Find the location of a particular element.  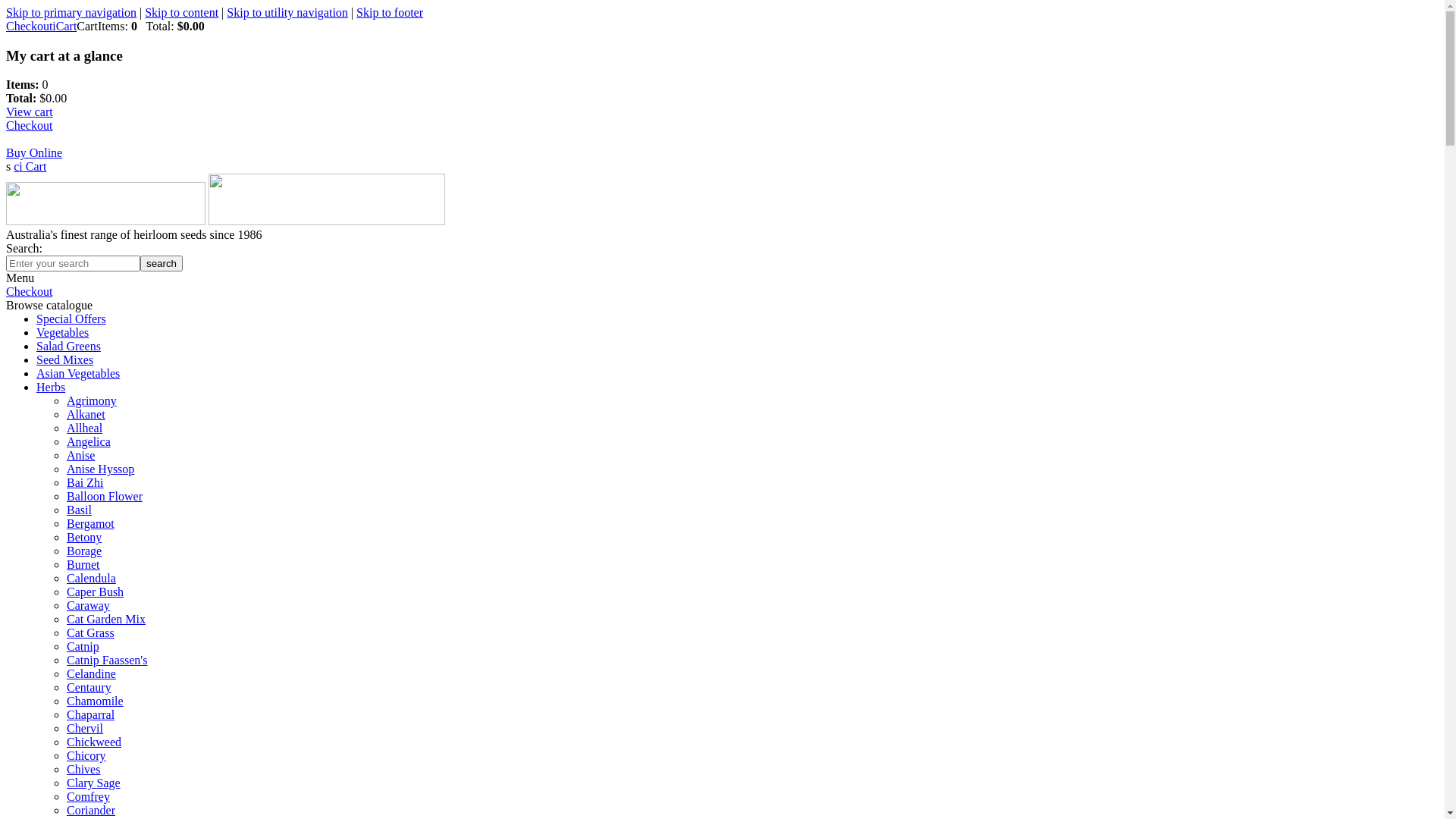

'Chickweed' is located at coordinates (65, 741).